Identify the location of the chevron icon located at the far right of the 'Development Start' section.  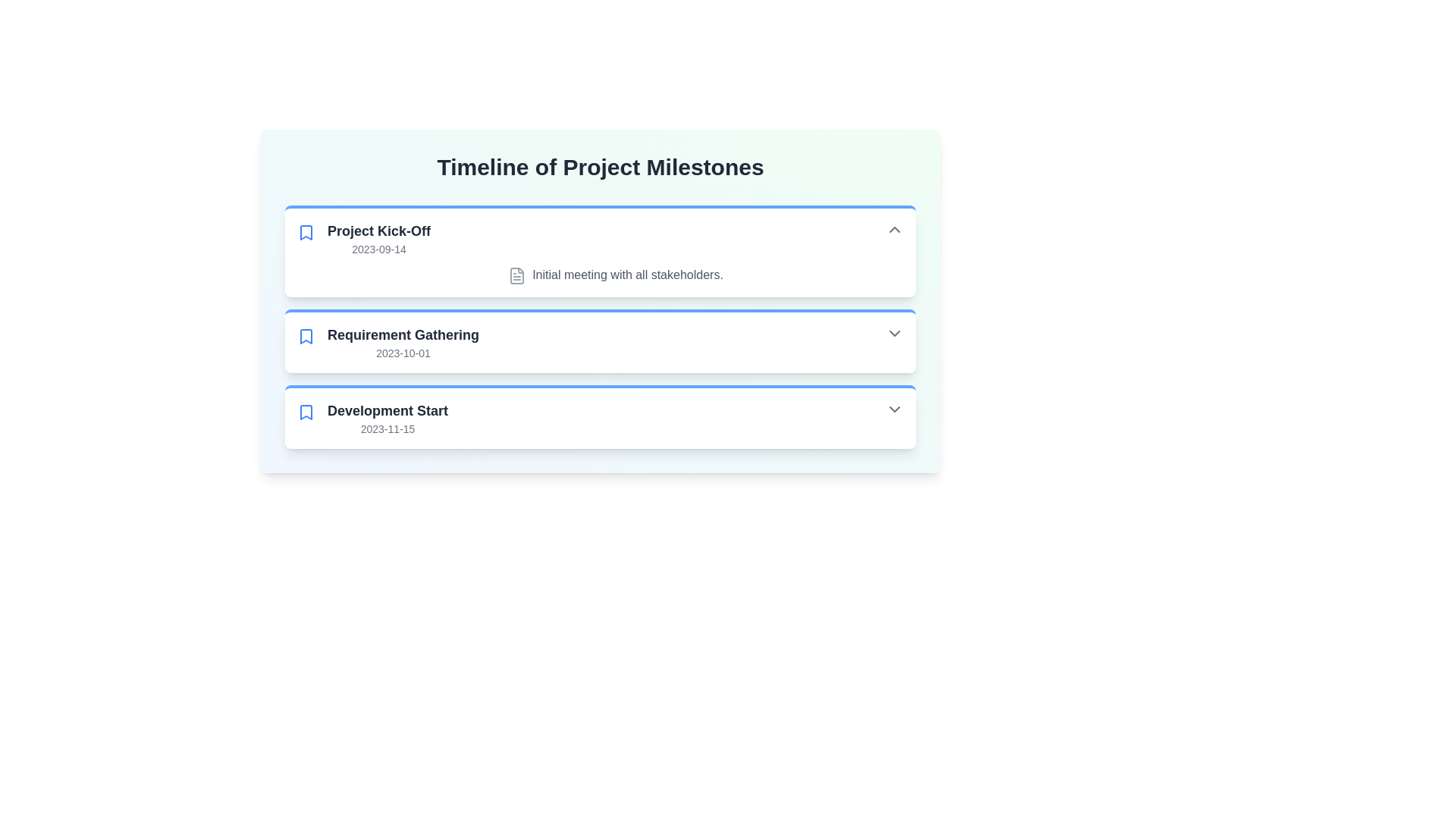
(895, 408).